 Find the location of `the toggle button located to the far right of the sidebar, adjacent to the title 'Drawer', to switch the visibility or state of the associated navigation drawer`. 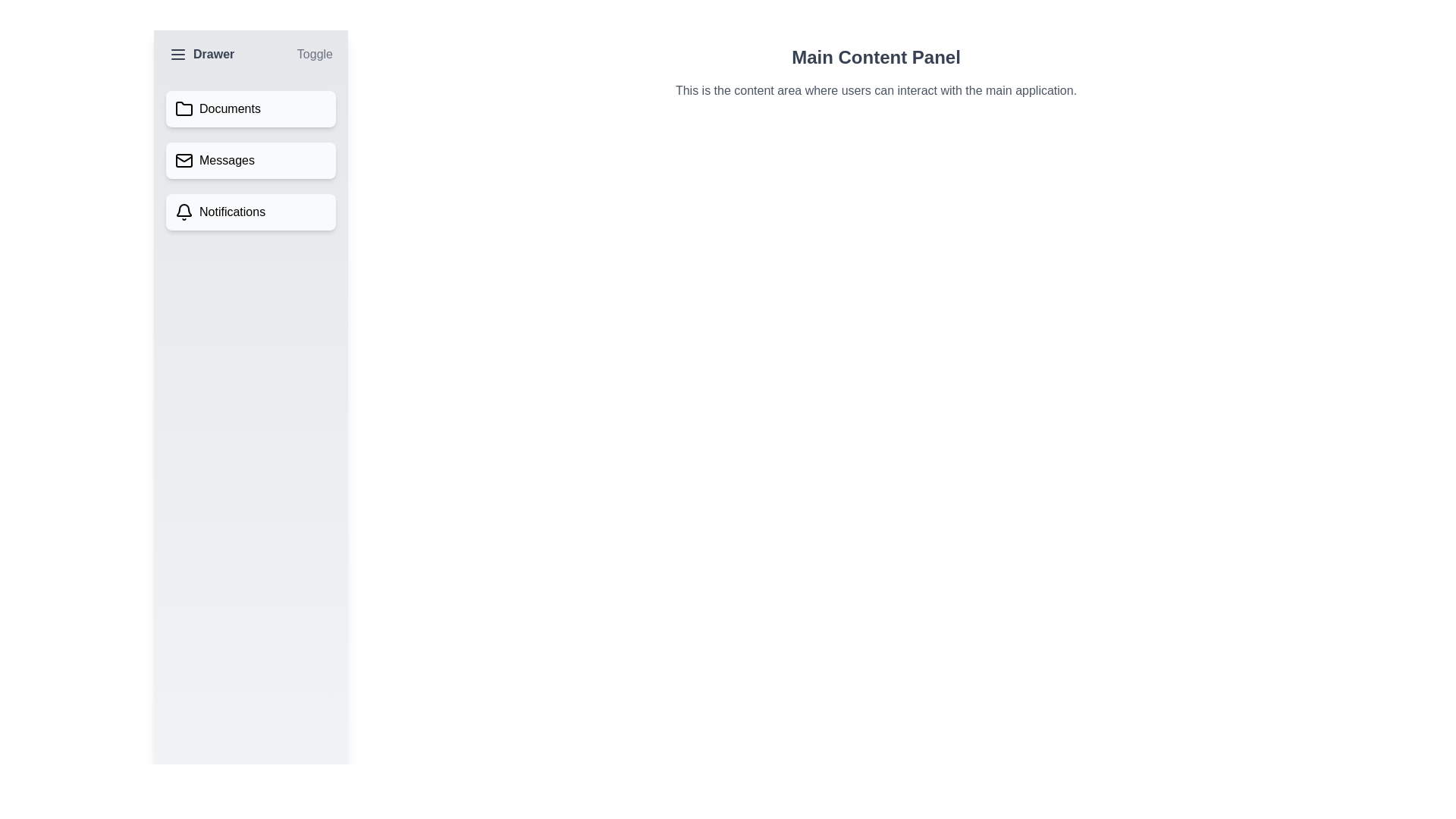

the toggle button located to the far right of the sidebar, adjacent to the title 'Drawer', to switch the visibility or state of the associated navigation drawer is located at coordinates (314, 54).